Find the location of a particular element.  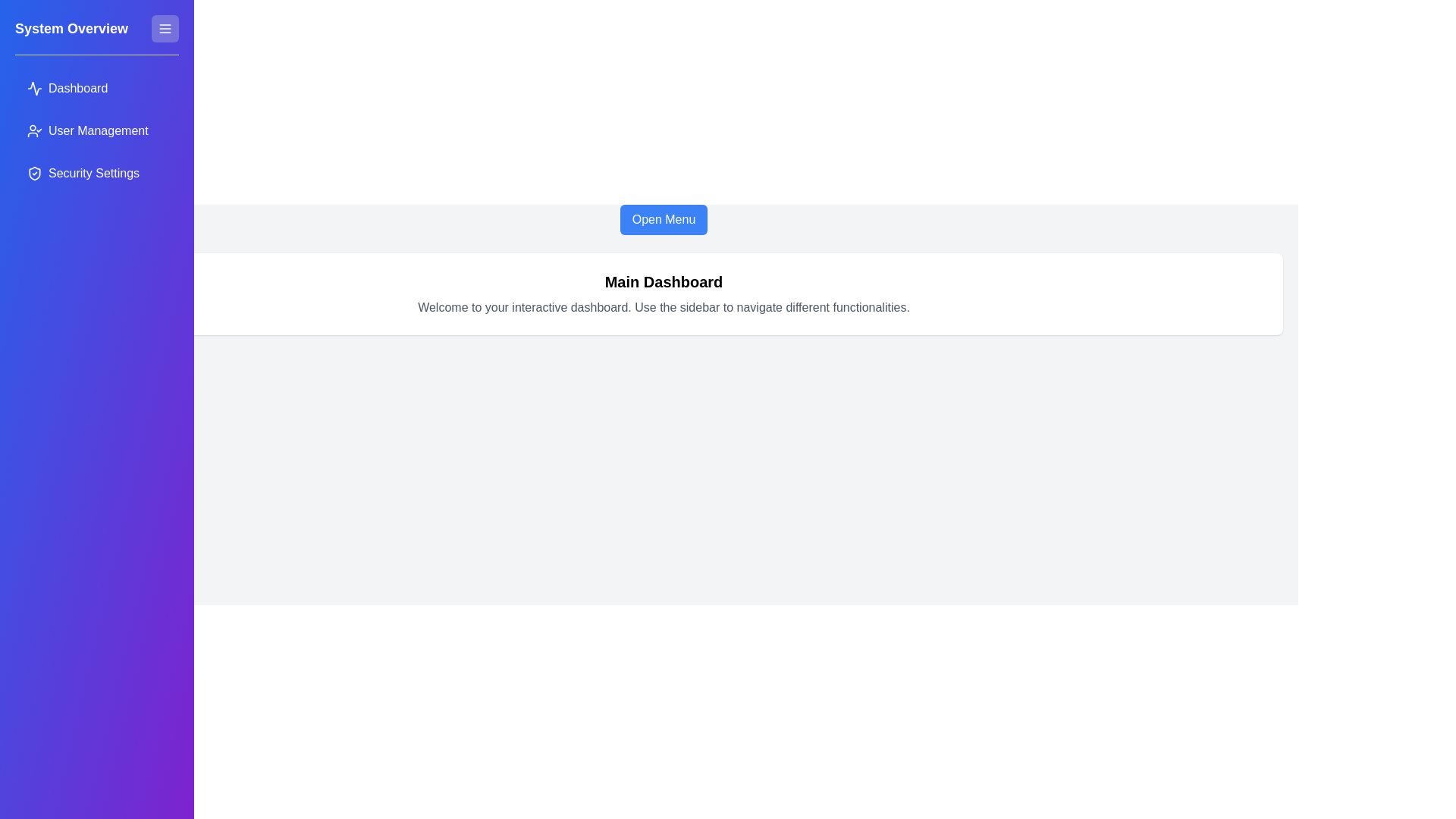

the 'Open Menu' button to reveal the sidebar is located at coordinates (663, 219).